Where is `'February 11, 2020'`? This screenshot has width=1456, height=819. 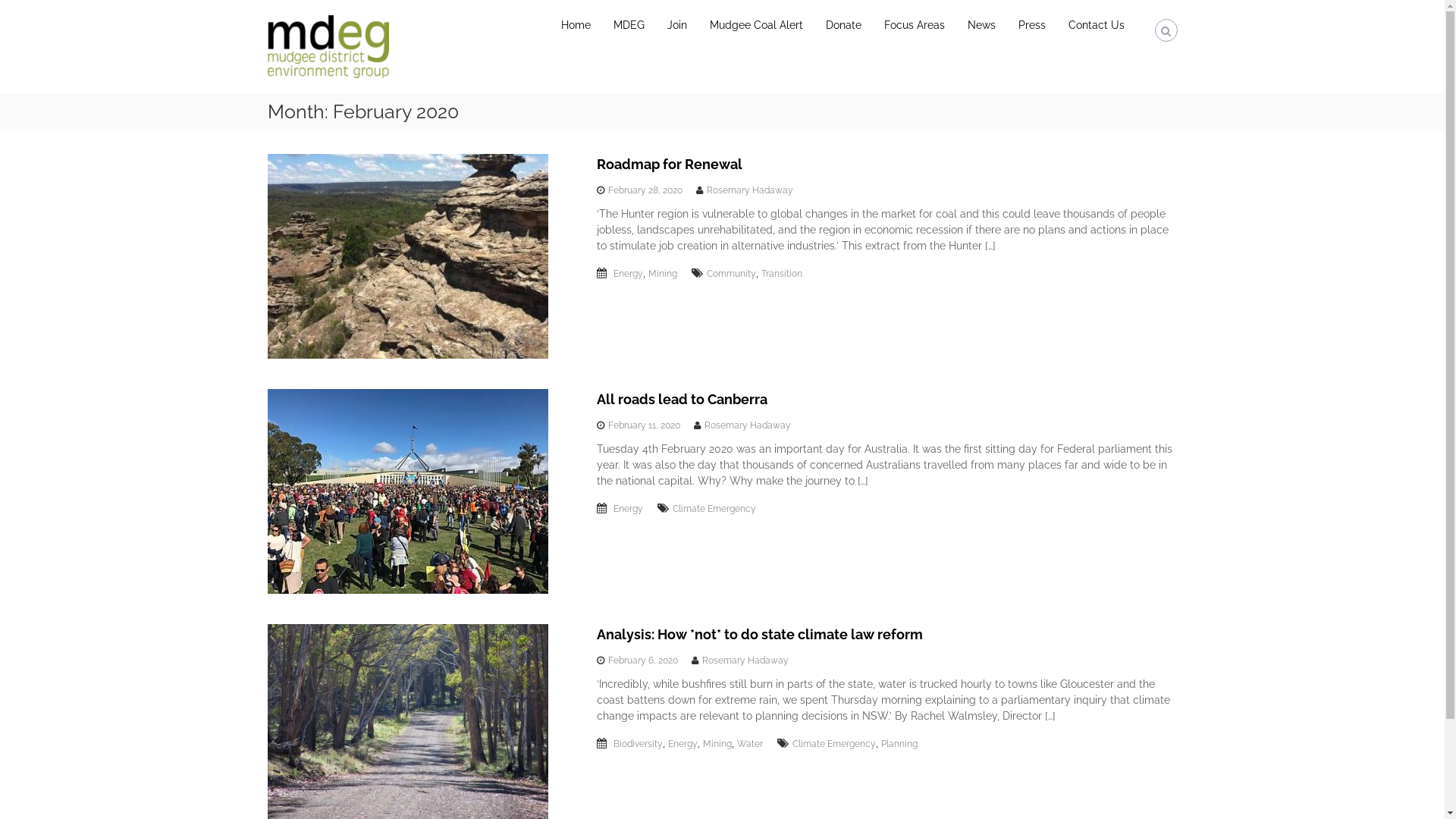
'February 11, 2020' is located at coordinates (644, 425).